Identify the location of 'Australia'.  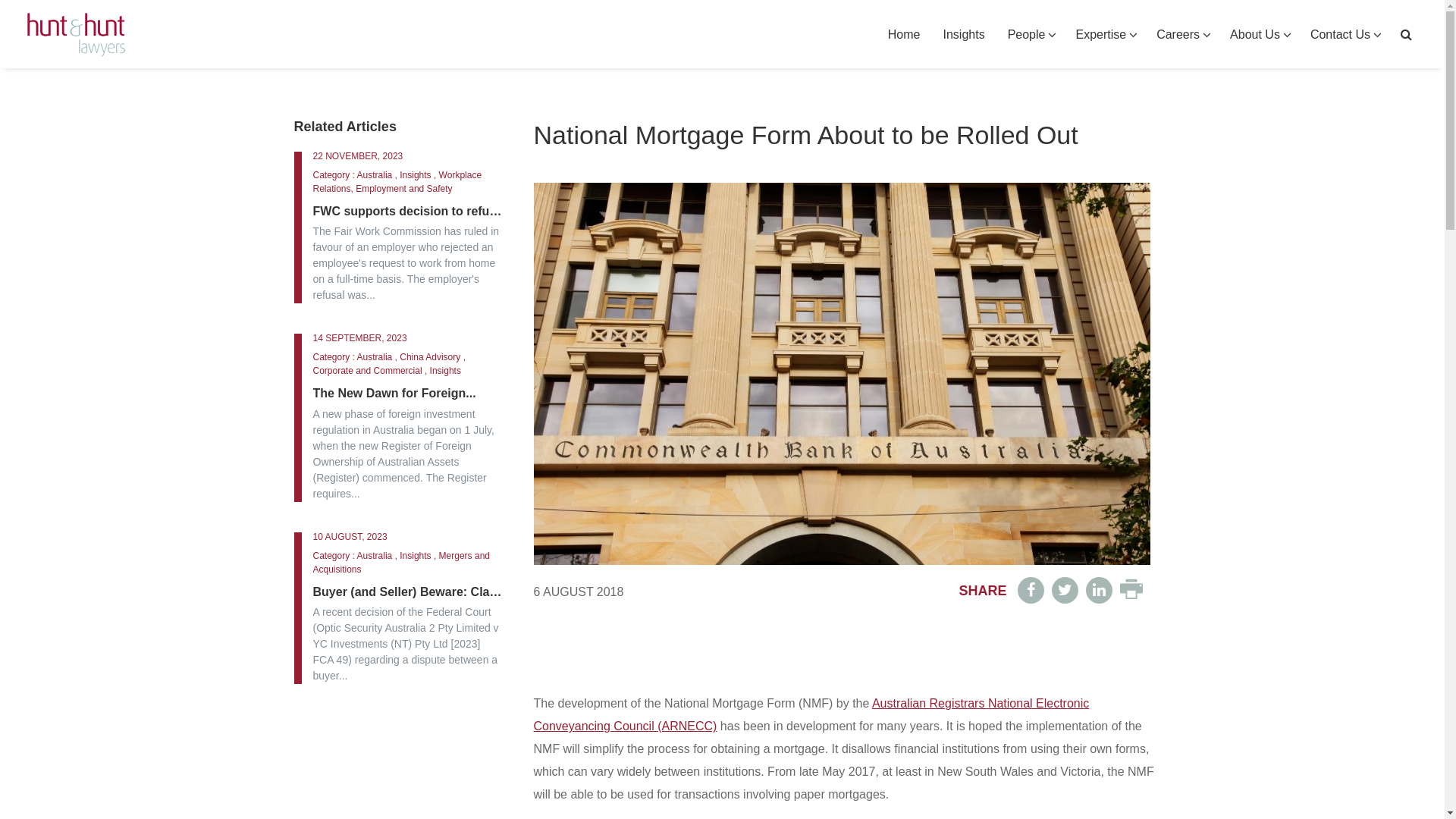
(375, 356).